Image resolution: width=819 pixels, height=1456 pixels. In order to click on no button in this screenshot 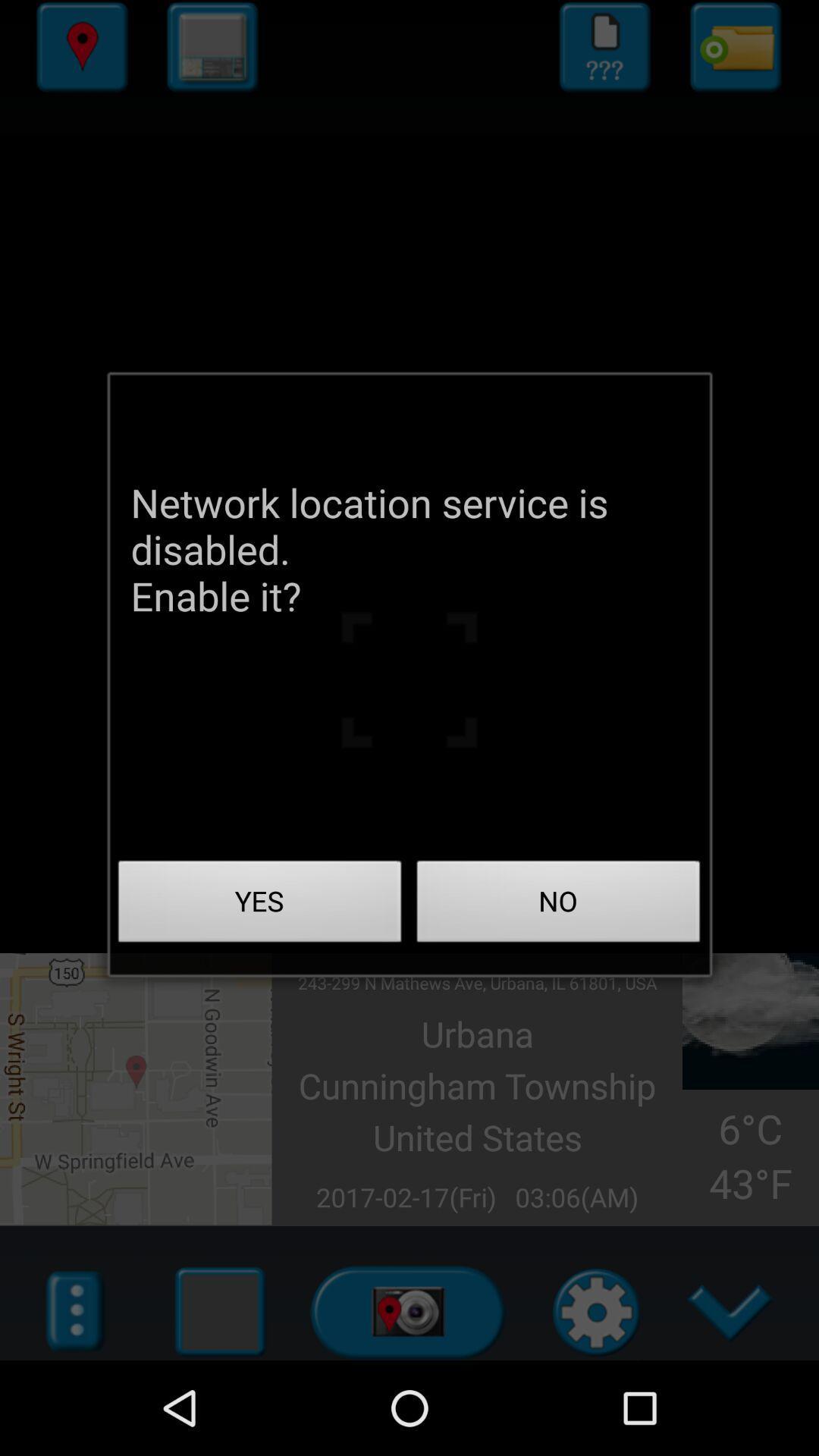, I will do `click(558, 905)`.